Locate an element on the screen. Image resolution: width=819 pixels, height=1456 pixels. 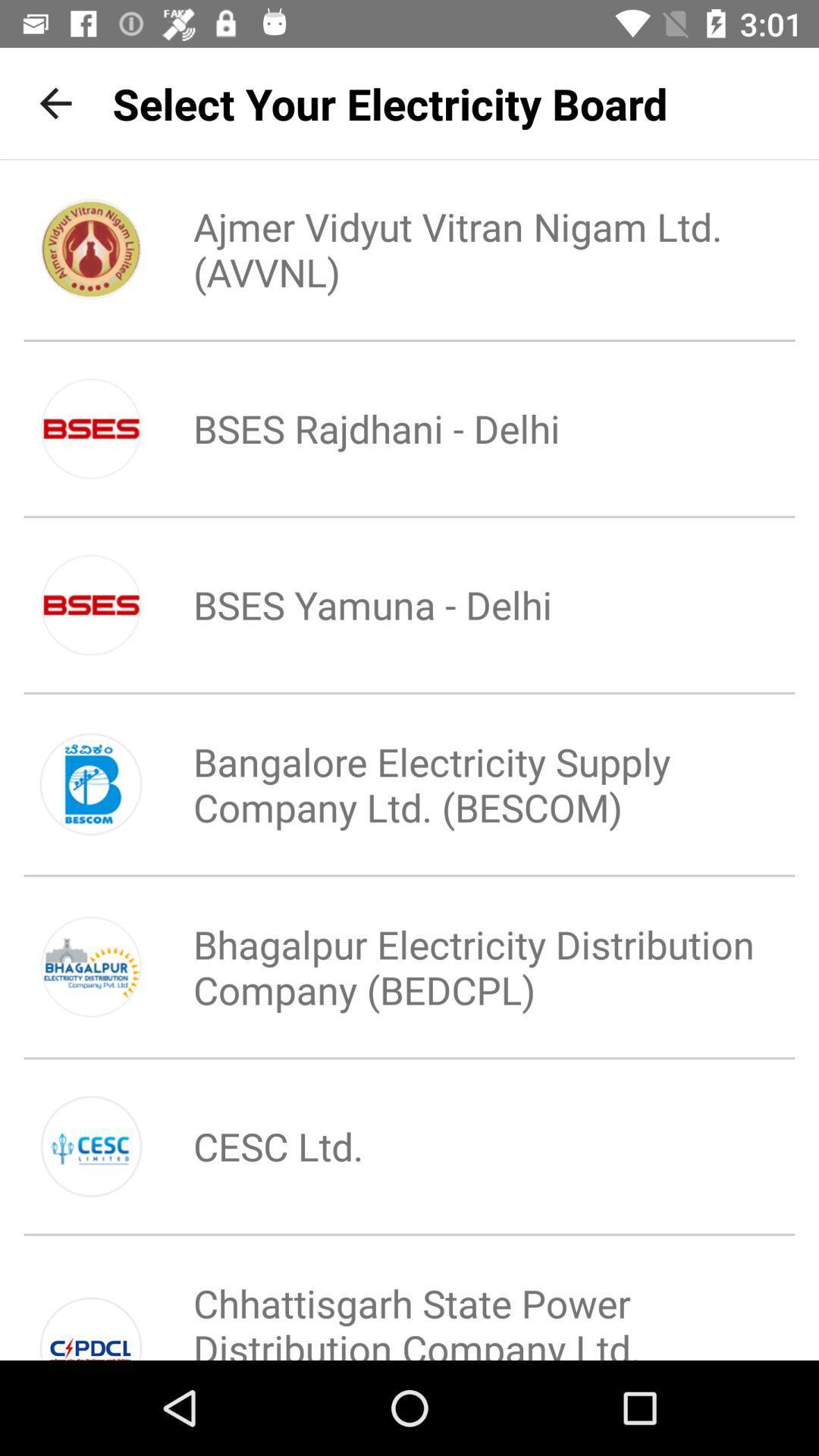
icon below bangalore electricity supply is located at coordinates (460, 966).